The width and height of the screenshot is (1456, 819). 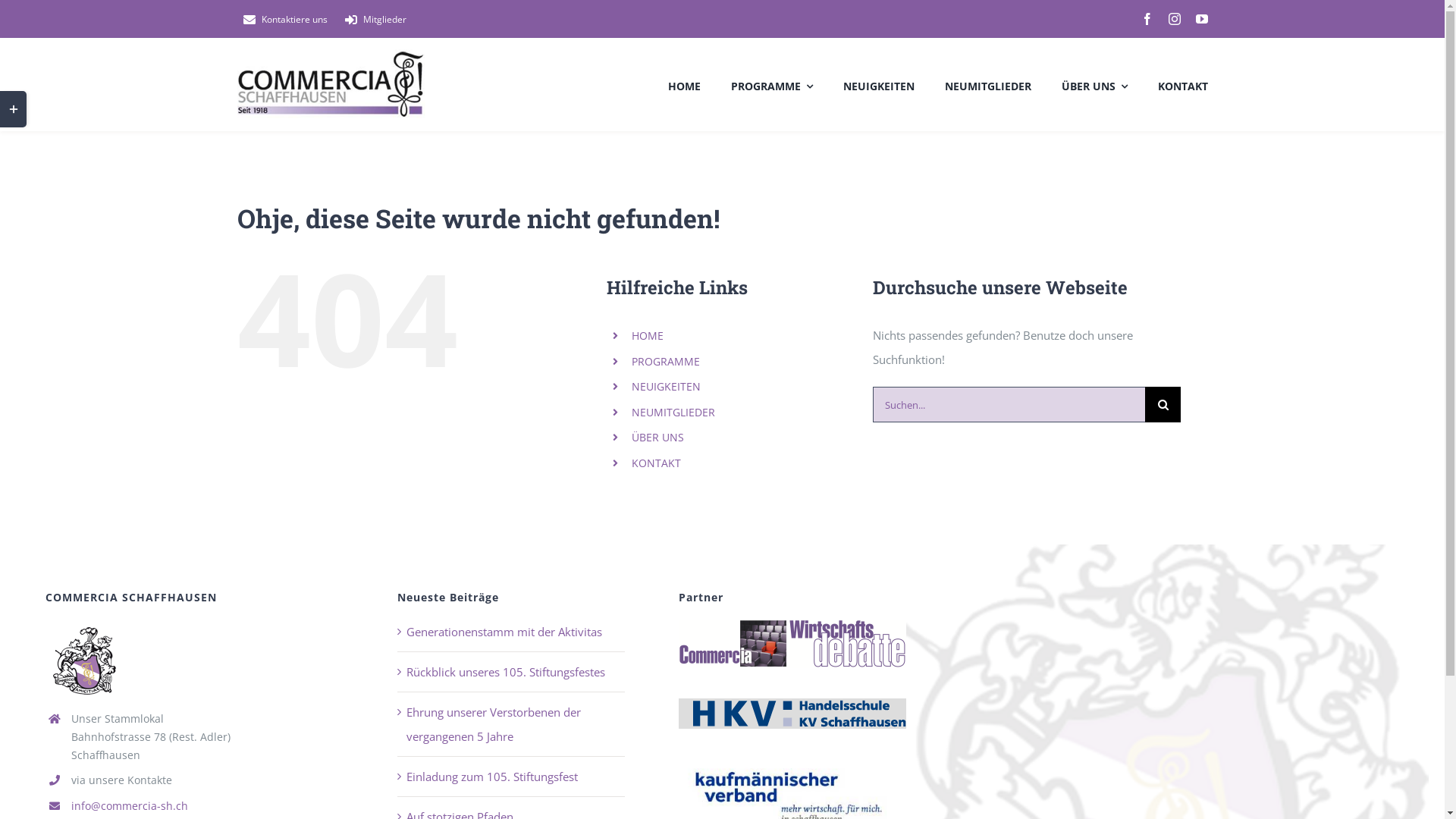 I want to click on 'PROGRAMME', so click(x=666, y=361).